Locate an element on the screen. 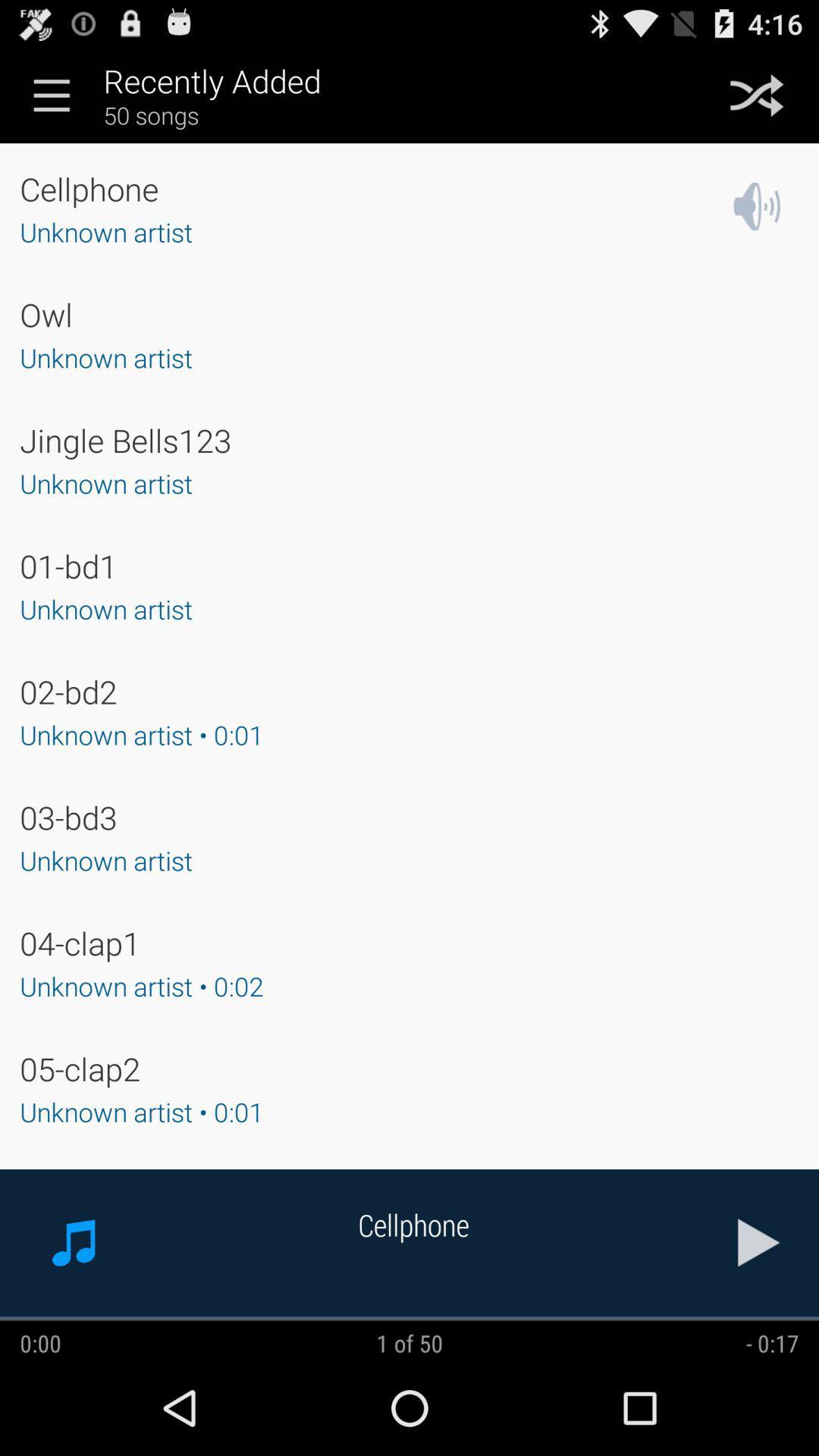 This screenshot has height=1456, width=819. the icon to the right of unknown artist is located at coordinates (757, 206).